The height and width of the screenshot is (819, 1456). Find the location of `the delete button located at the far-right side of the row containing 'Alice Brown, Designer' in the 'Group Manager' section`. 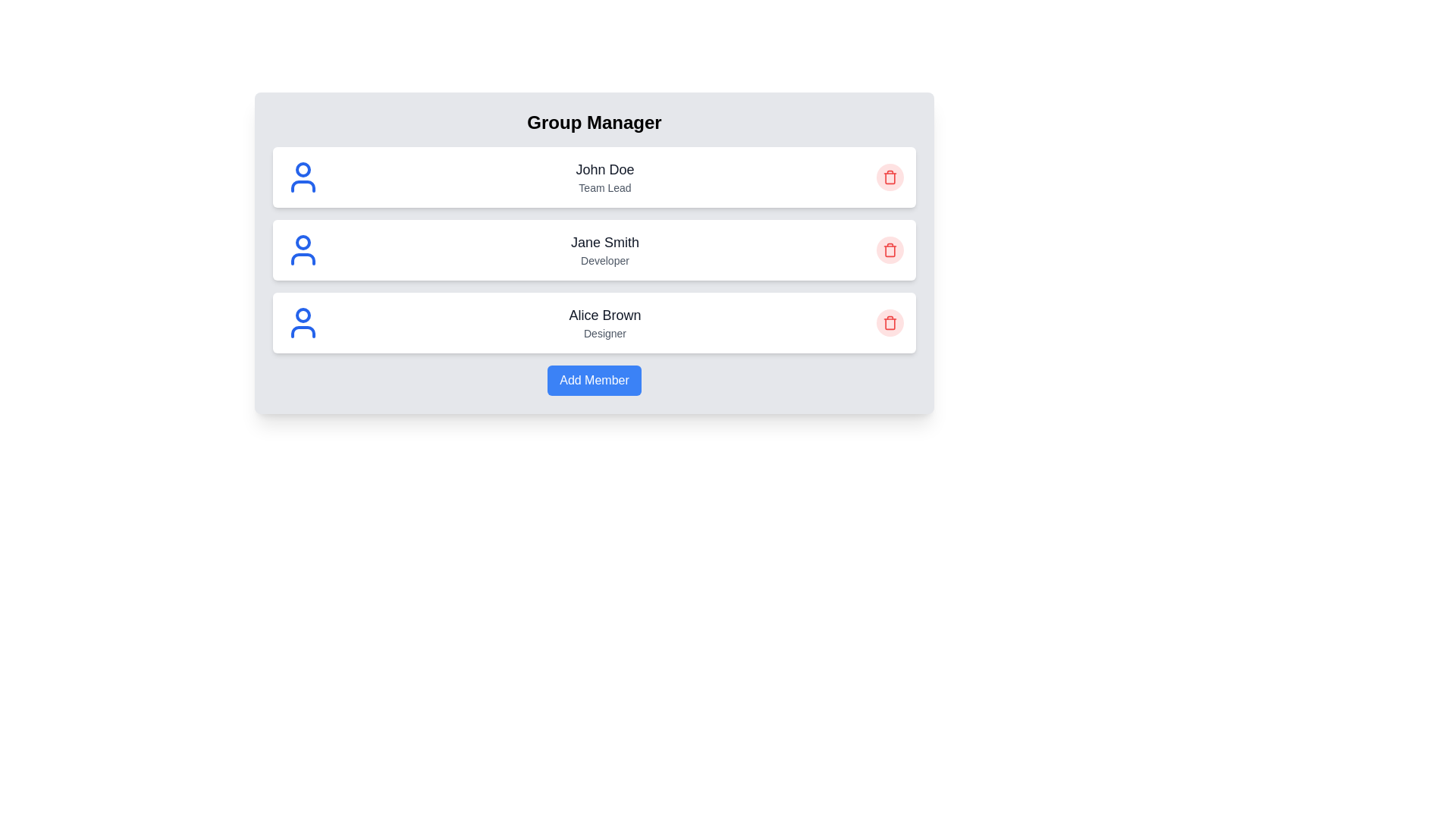

the delete button located at the far-right side of the row containing 'Alice Brown, Designer' in the 'Group Manager' section is located at coordinates (890, 322).